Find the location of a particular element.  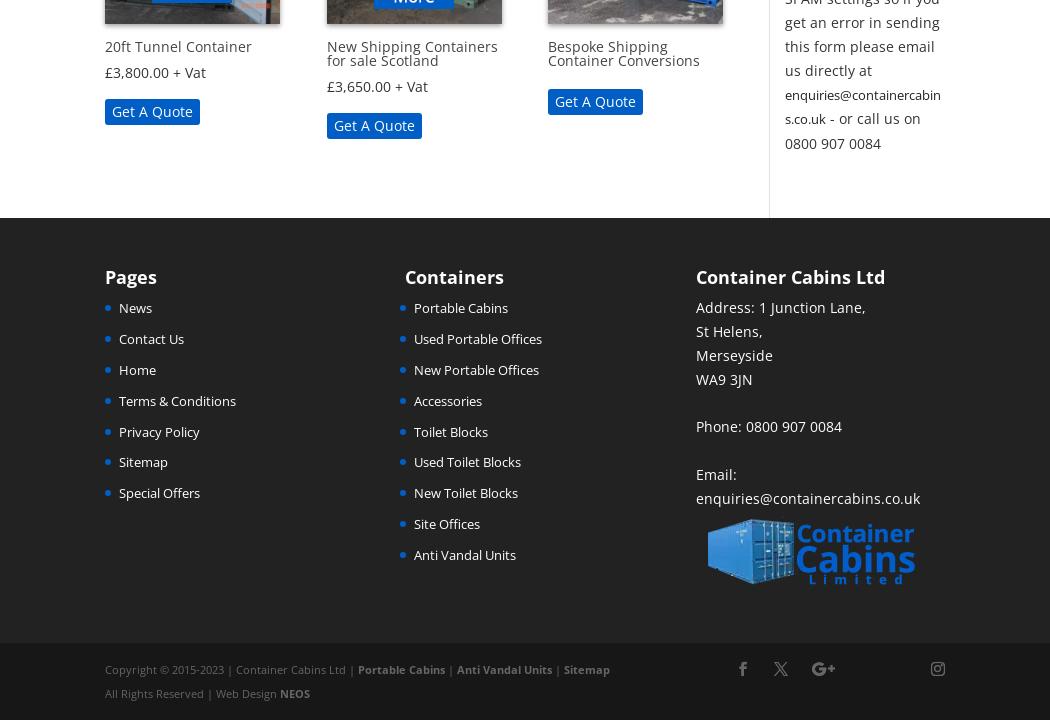

'Container Cabins Ltd' is located at coordinates (788, 275).